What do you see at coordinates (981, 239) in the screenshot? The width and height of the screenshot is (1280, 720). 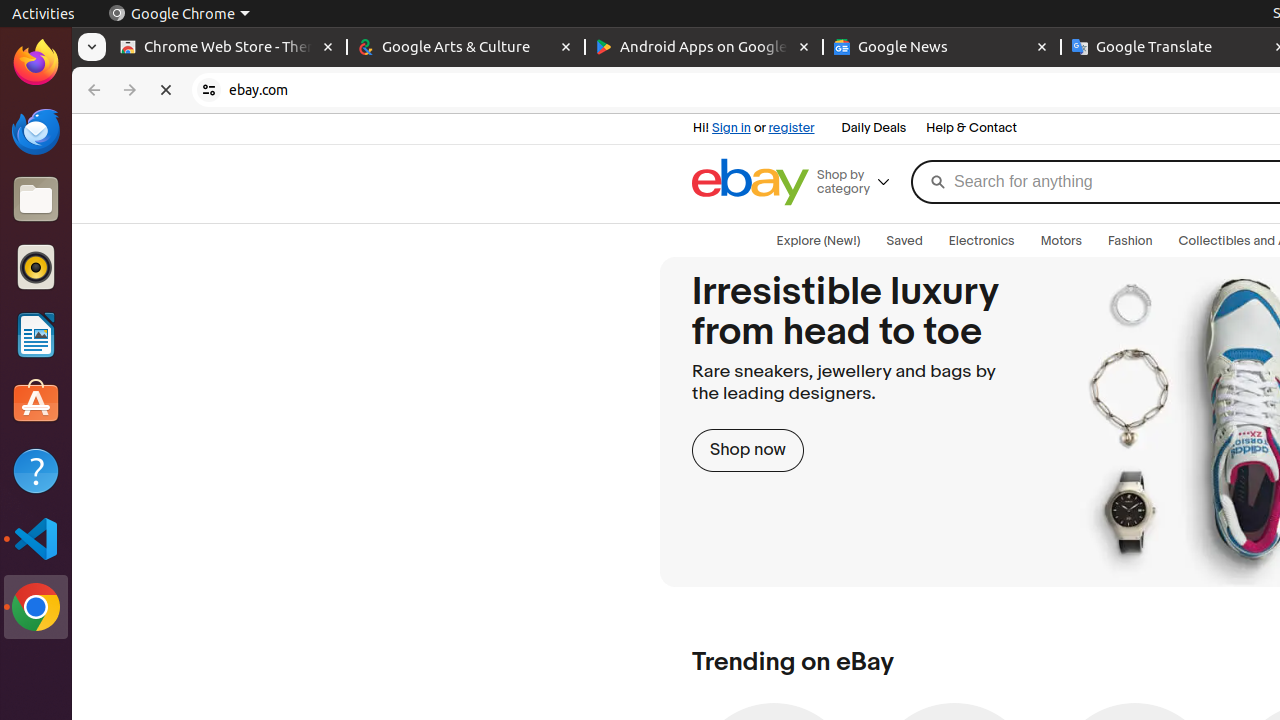 I see `'Electronics'` at bounding box center [981, 239].